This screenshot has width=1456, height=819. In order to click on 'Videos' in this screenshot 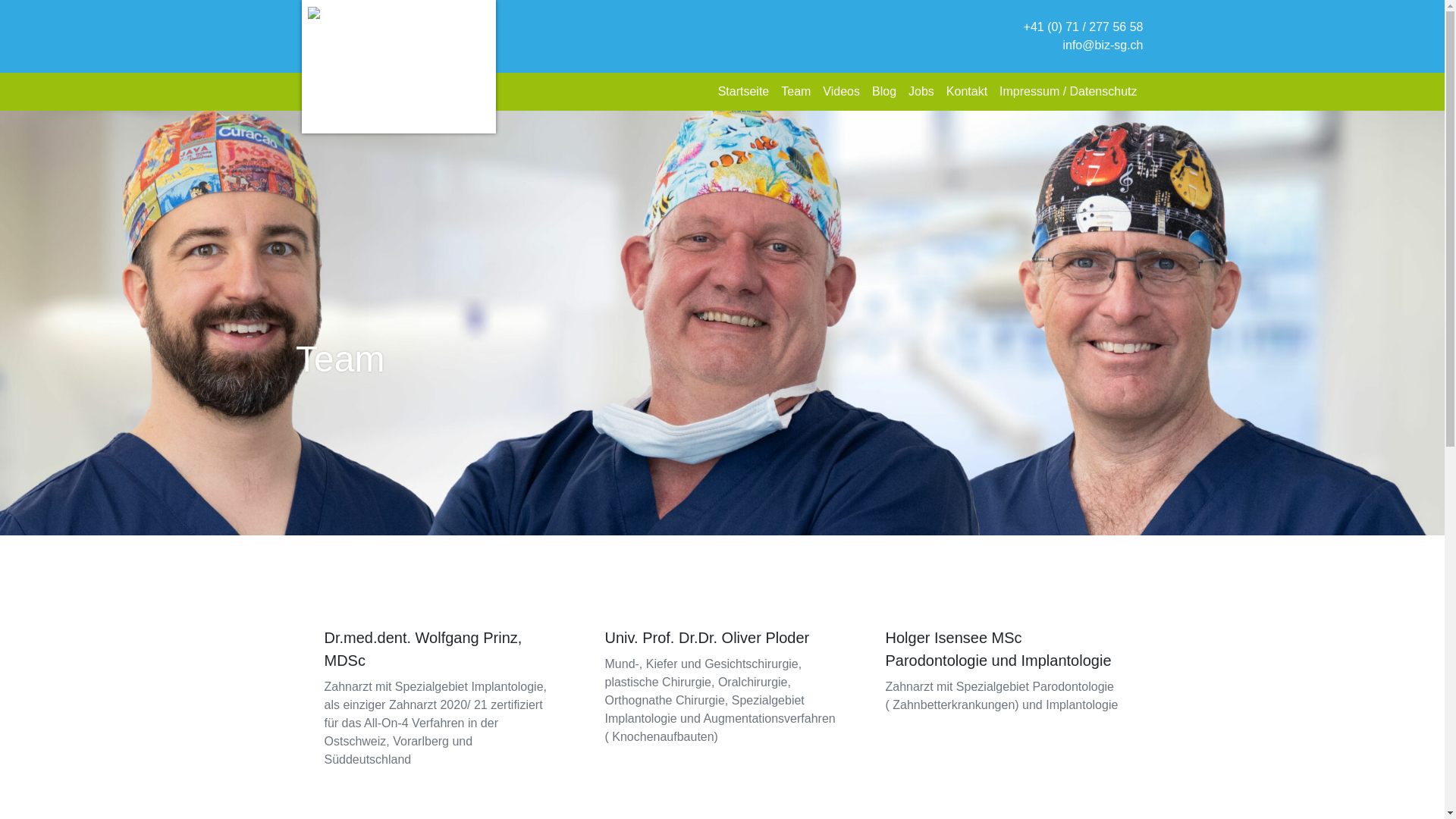, I will do `click(840, 91)`.